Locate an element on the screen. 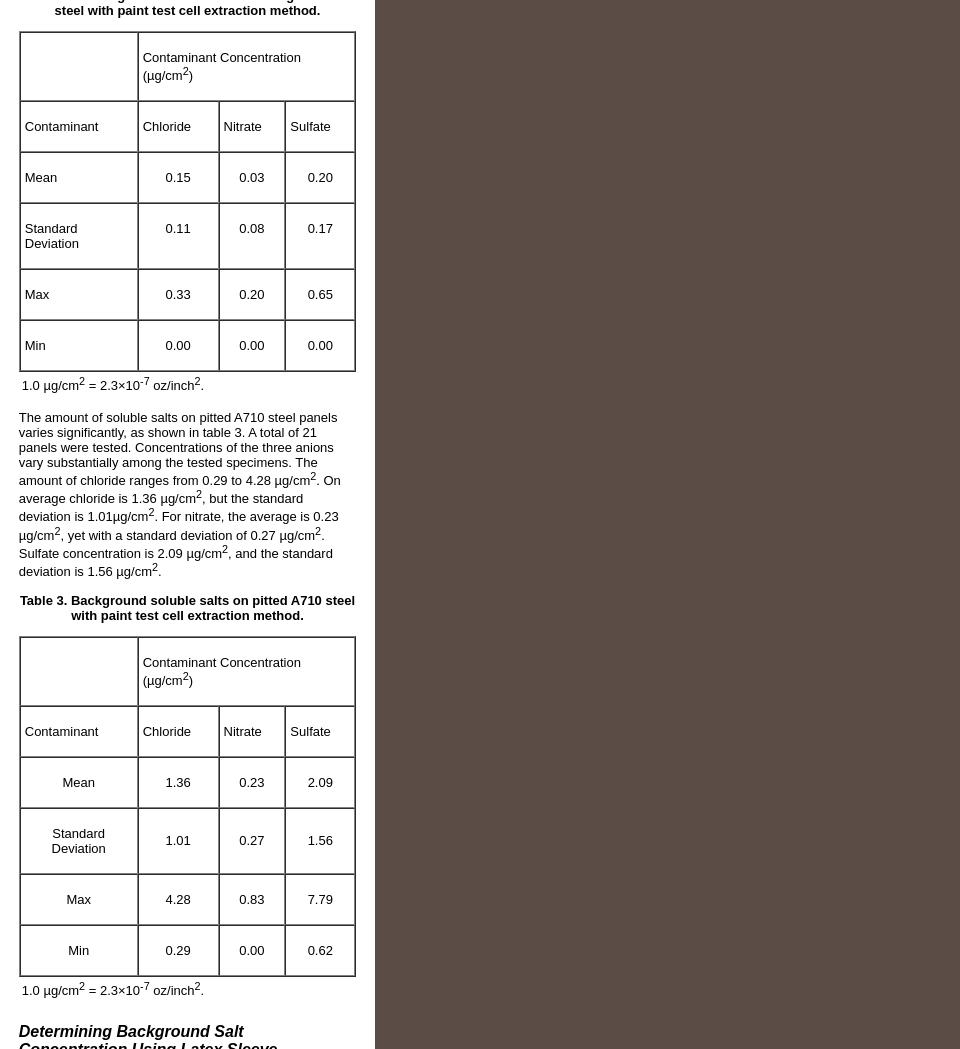  '. On average chloride is 1.36 µg/cm' is located at coordinates (178, 488).